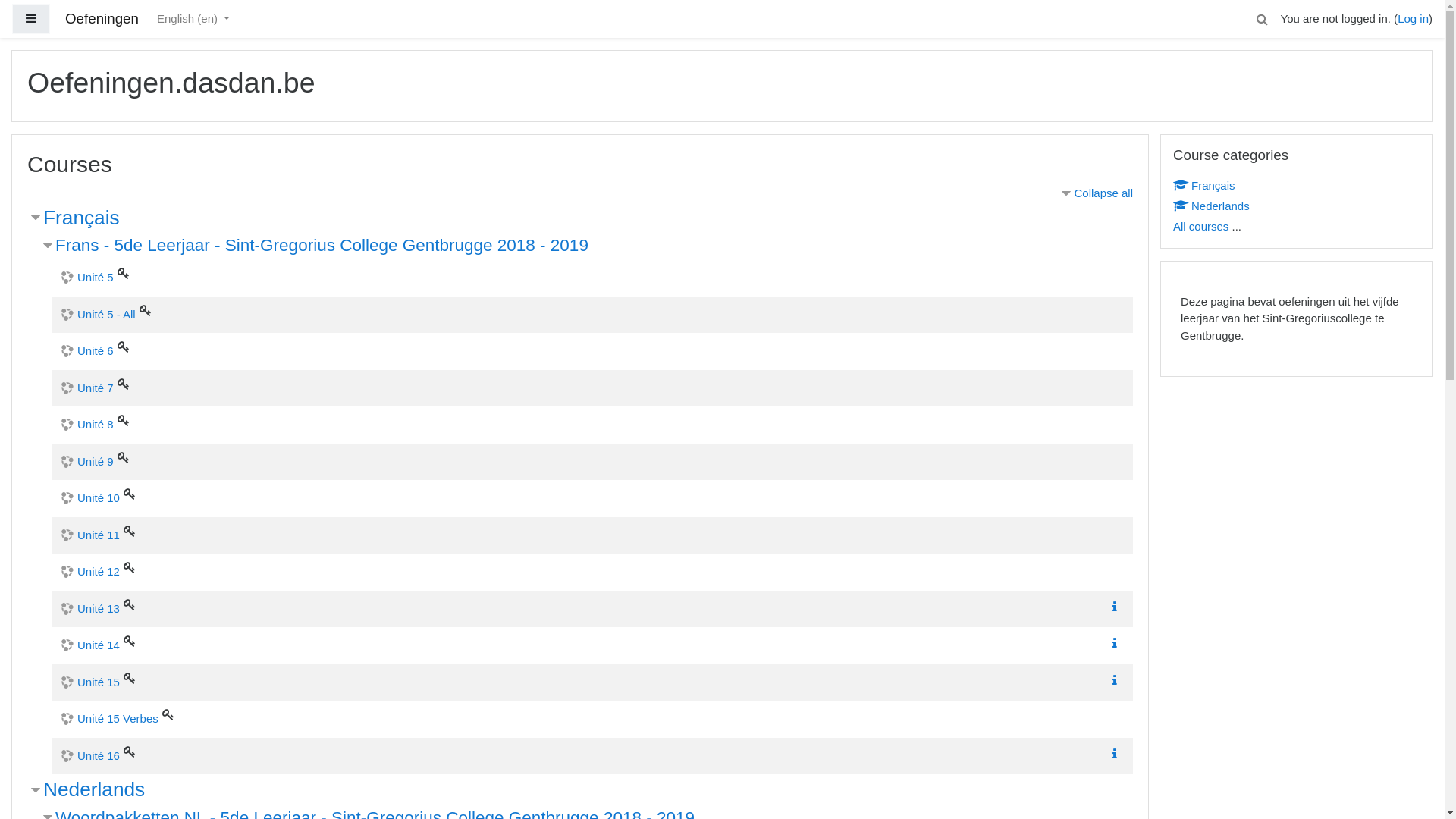 The image size is (1456, 819). Describe the element at coordinates (130, 640) in the screenshot. I see `'Self enrolment'` at that location.